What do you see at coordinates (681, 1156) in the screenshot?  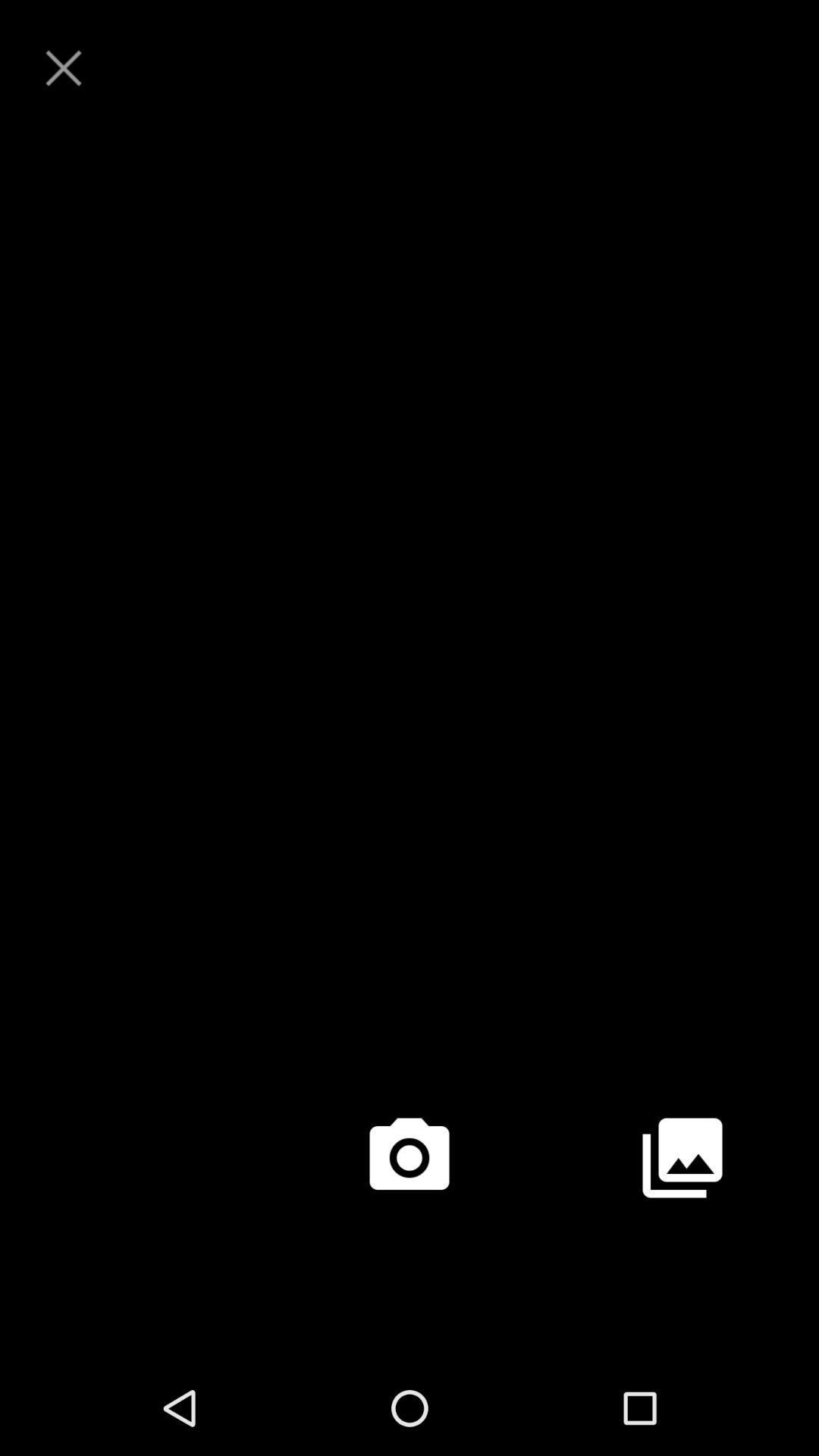 I see `the icon at the bottom right corner` at bounding box center [681, 1156].